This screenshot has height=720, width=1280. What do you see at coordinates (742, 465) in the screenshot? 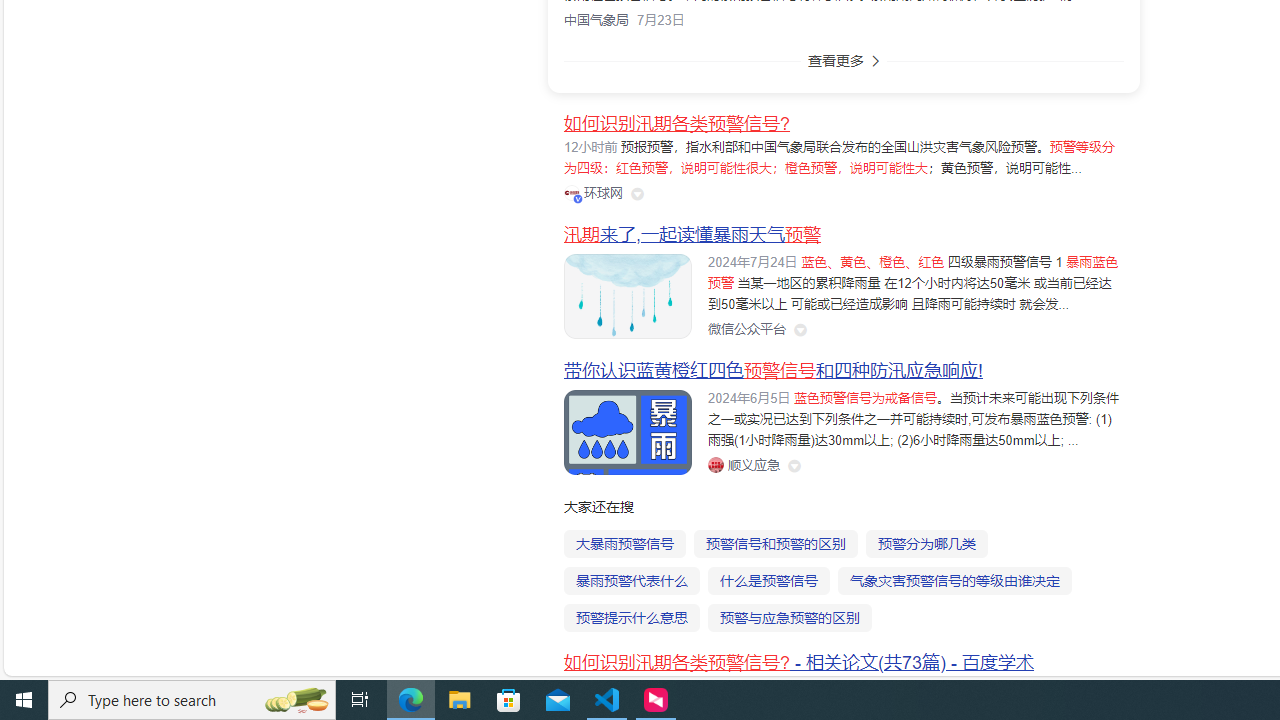
I see `'Class: siteLink_9TPP3'` at bounding box center [742, 465].